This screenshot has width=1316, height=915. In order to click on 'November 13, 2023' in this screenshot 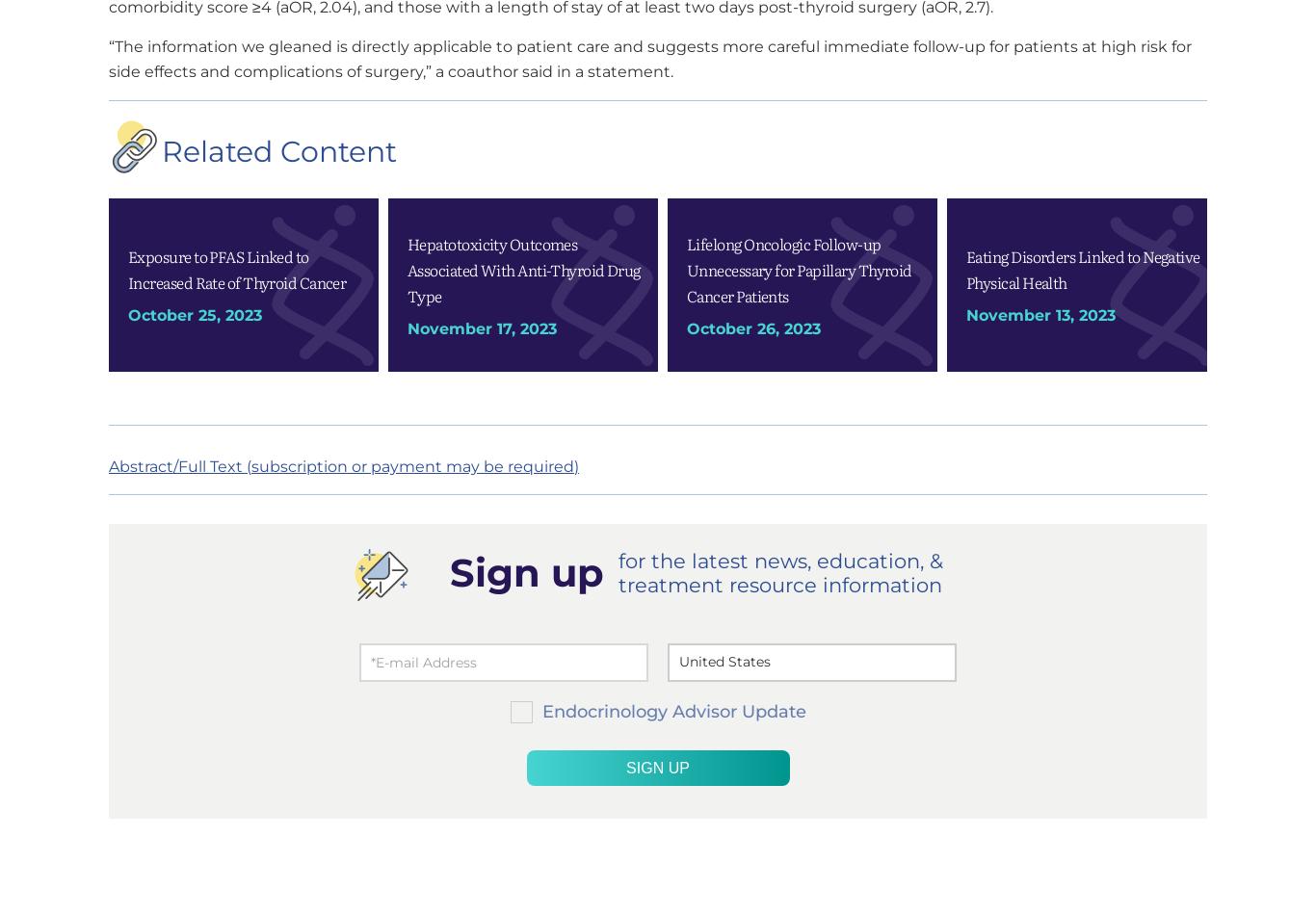, I will do `click(966, 314)`.